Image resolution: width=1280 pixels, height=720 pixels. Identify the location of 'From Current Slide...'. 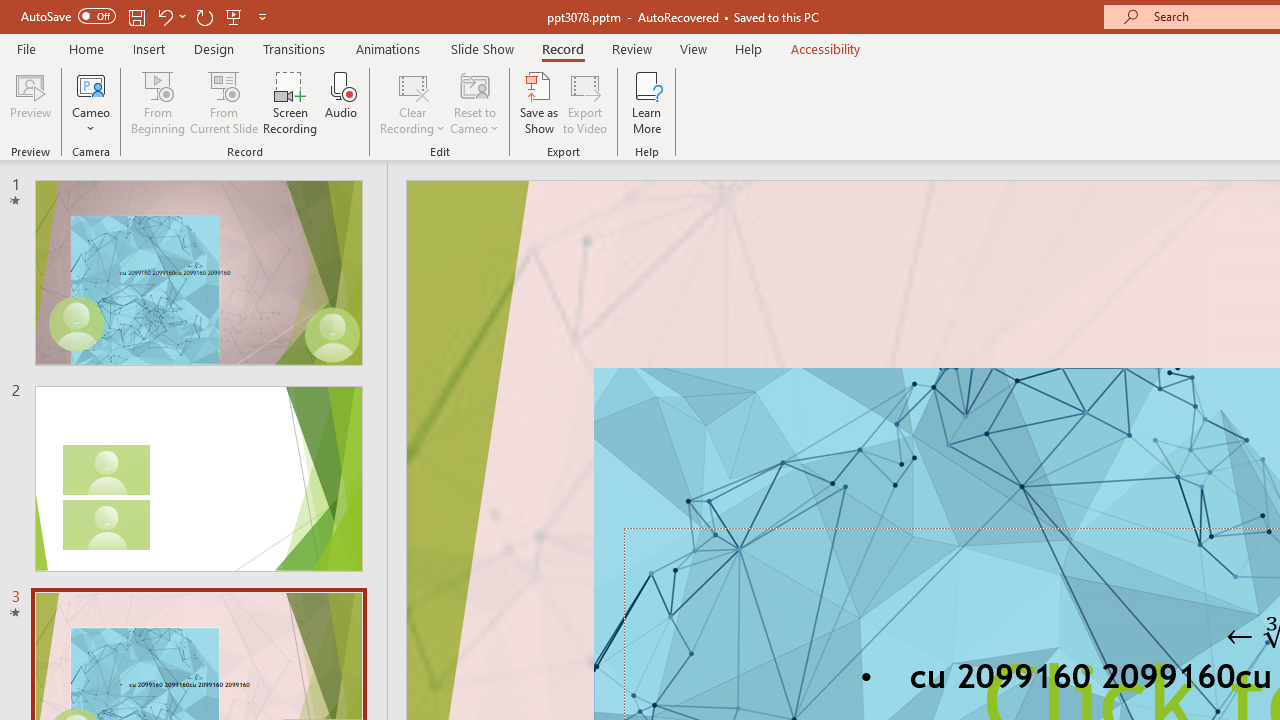
(224, 103).